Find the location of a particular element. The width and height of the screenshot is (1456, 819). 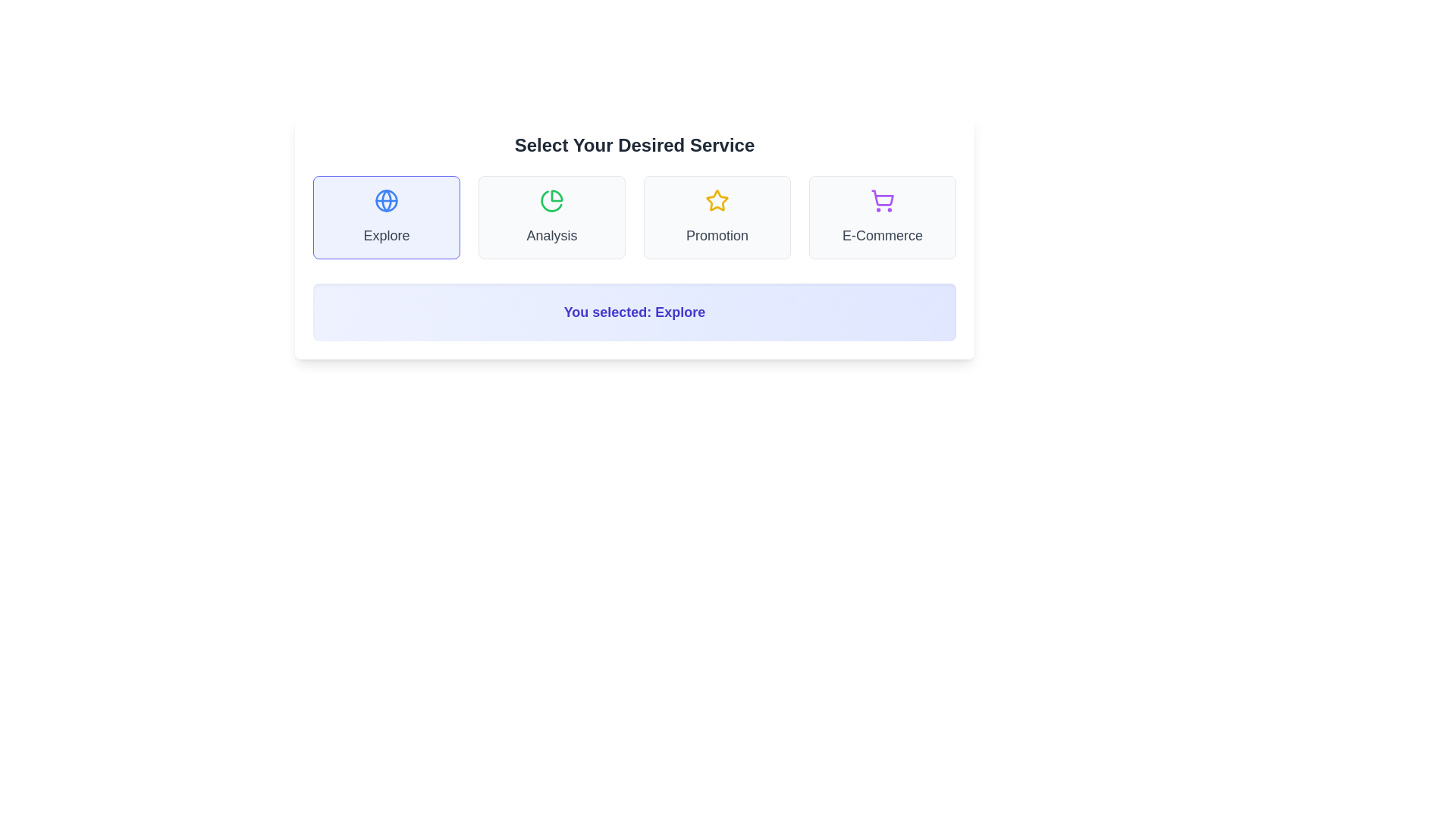

the shopping cart icon located in the 'E-Commerce' card, which is the last card in a row of four beneath the header 'Select Your Desired Service' is located at coordinates (882, 200).